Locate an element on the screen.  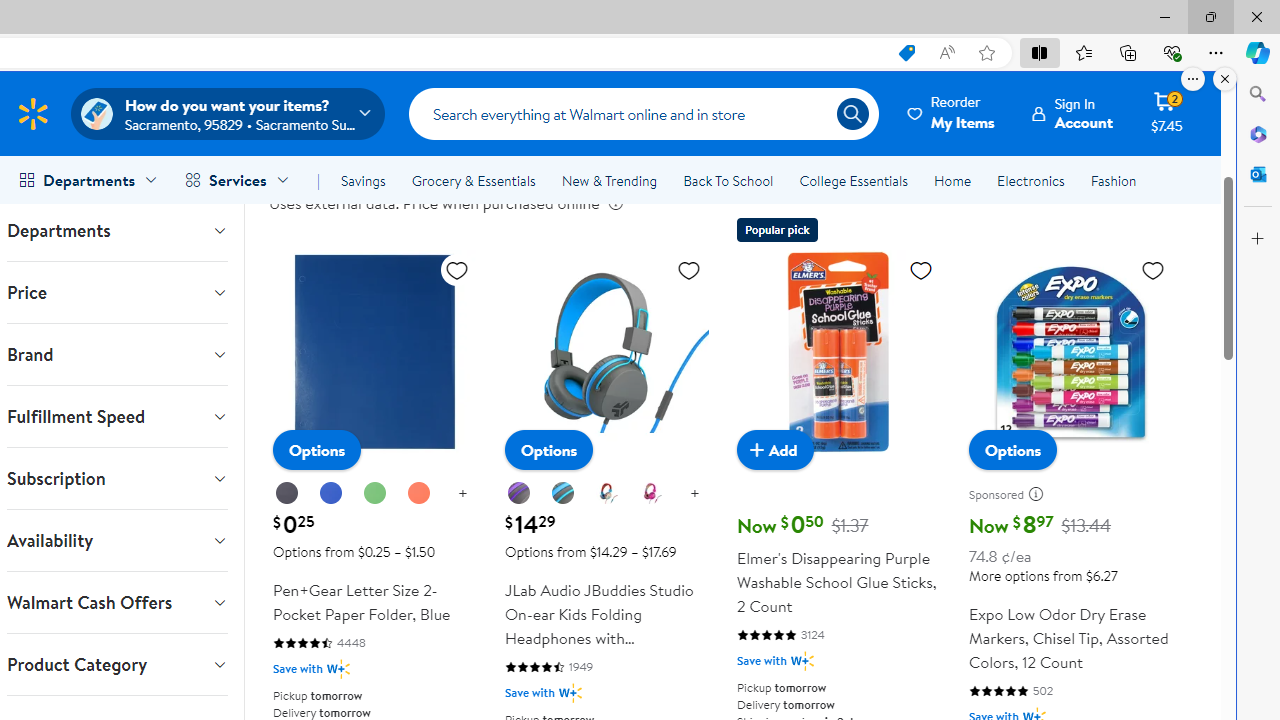
'Ad disclaimer and feedback' is located at coordinates (1040, 494).